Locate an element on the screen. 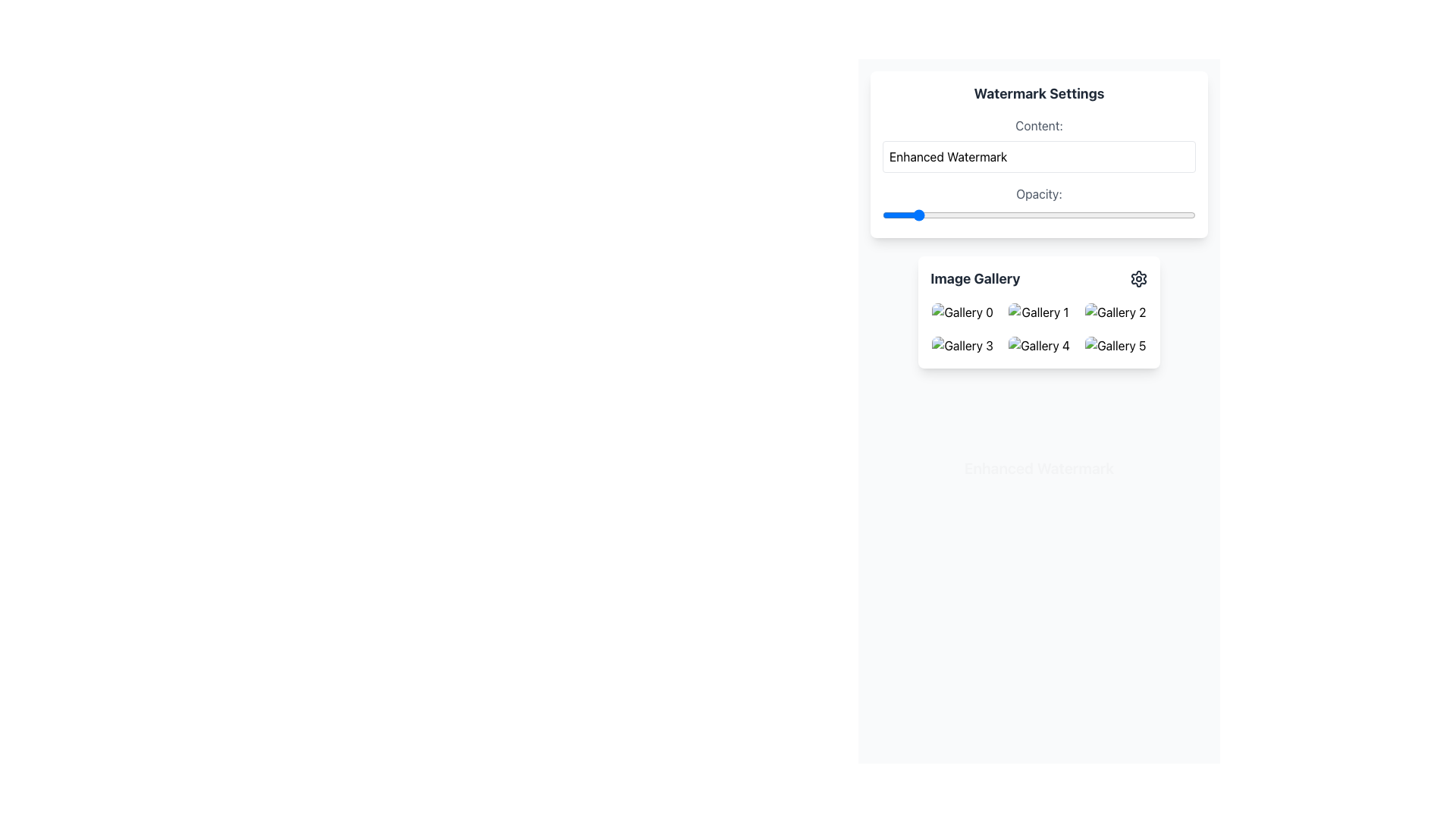  the first image thumbnail in the 'Image Gallery' section is located at coordinates (961, 312).